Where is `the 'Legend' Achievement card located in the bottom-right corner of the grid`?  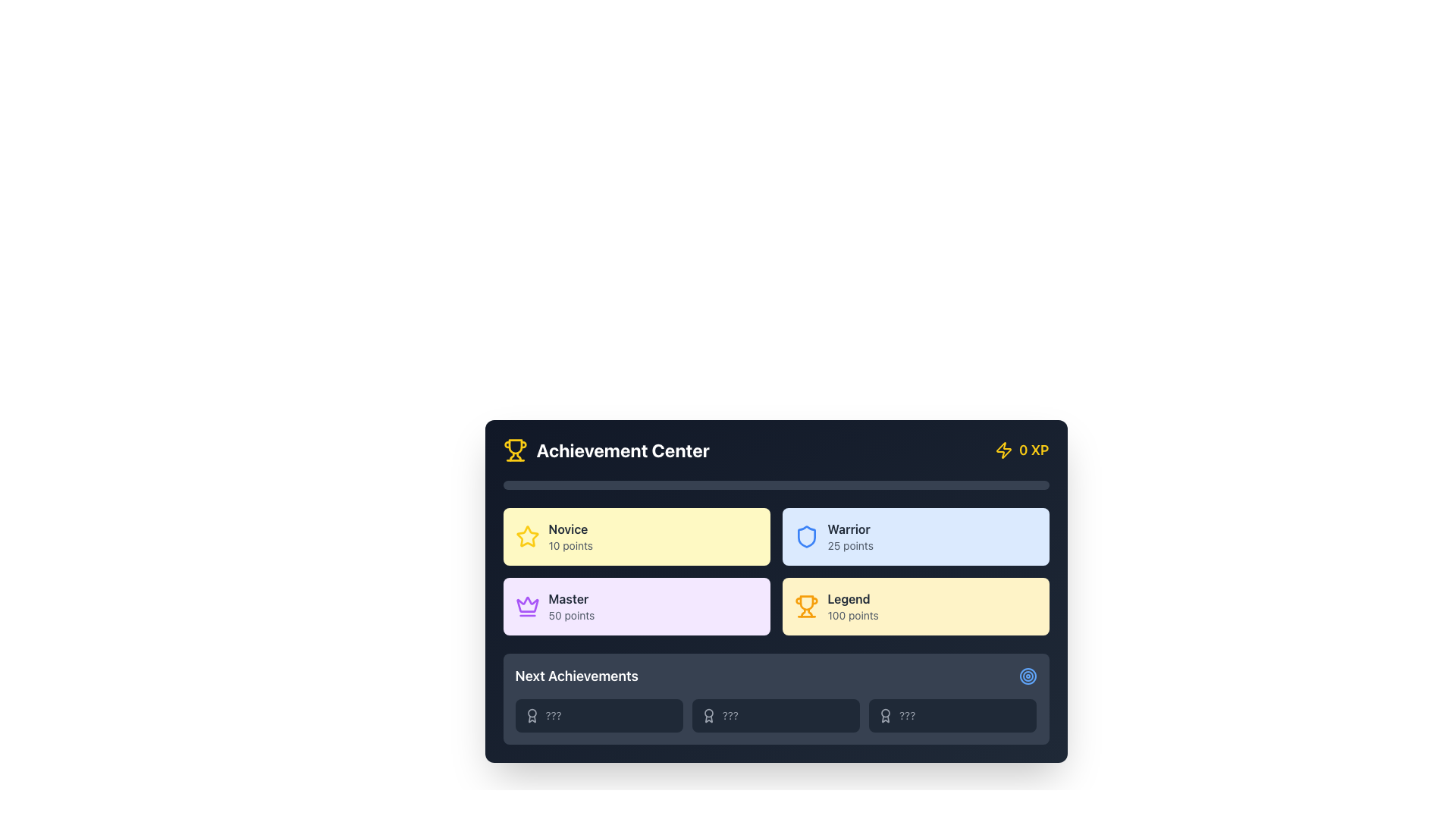
the 'Legend' Achievement card located in the bottom-right corner of the grid is located at coordinates (915, 605).